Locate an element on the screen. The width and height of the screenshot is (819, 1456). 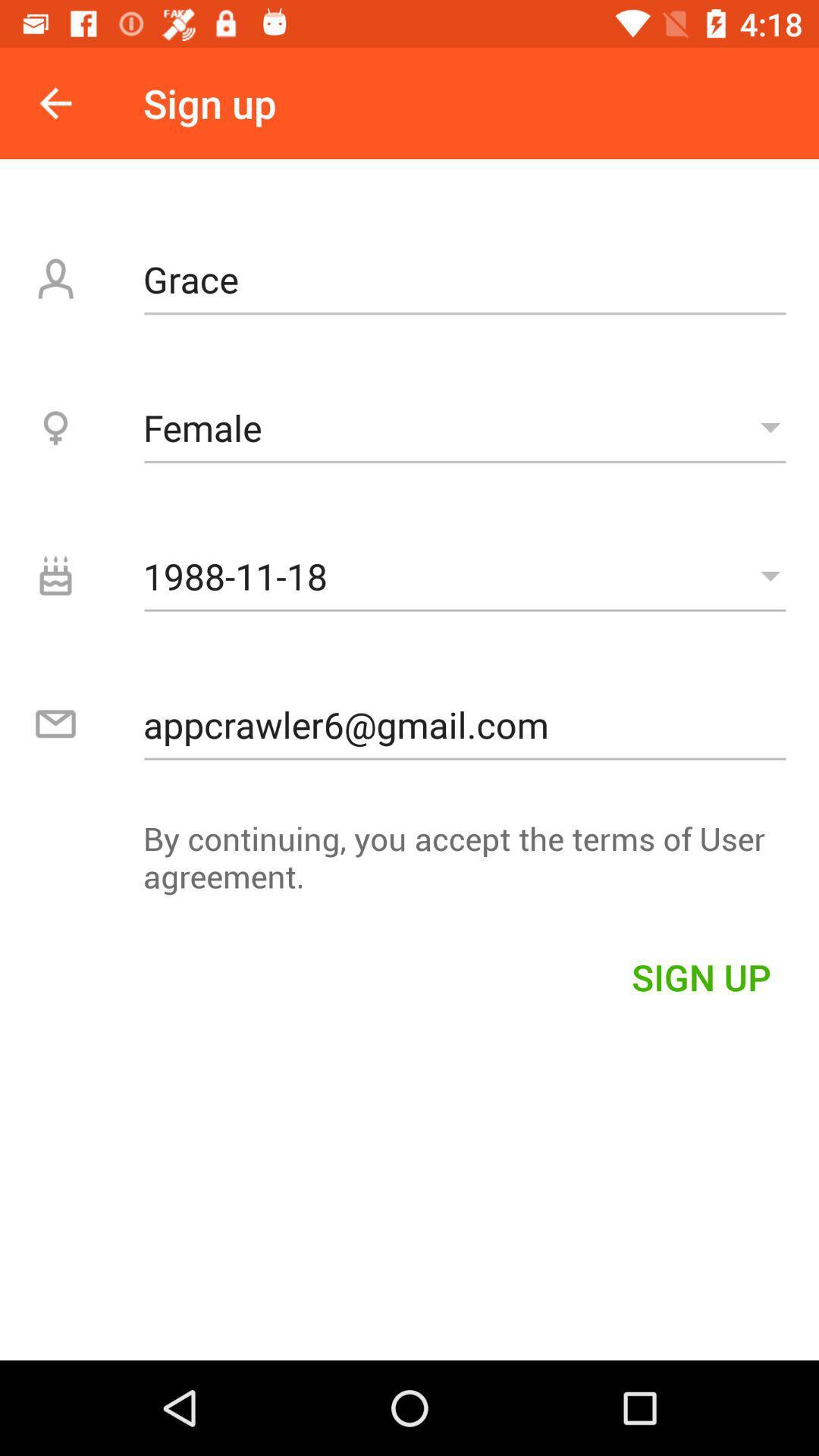
icon below sign up is located at coordinates (464, 279).